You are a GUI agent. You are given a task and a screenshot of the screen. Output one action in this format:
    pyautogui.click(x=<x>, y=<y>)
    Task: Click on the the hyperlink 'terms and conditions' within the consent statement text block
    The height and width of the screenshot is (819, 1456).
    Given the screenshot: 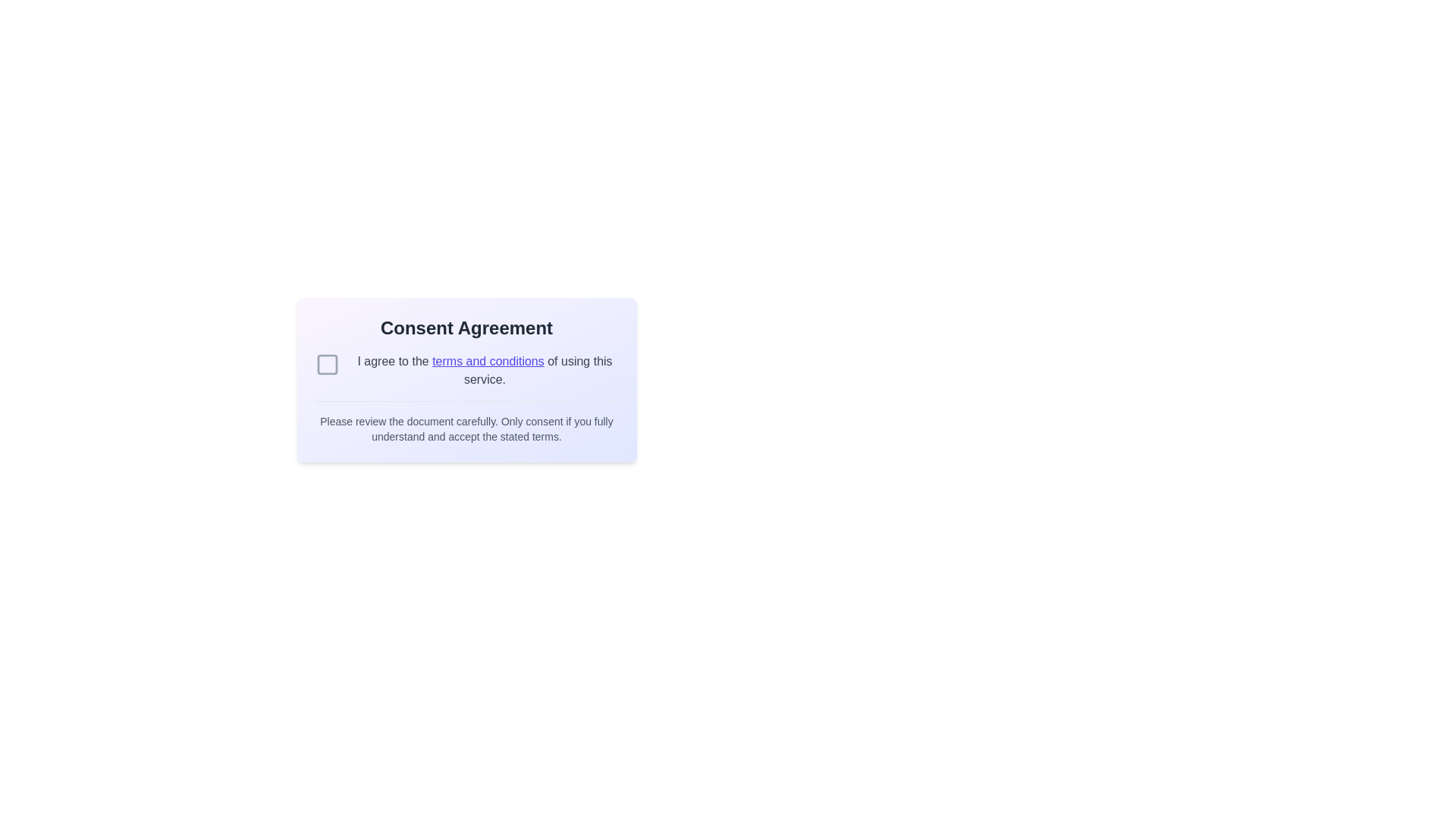 What is the action you would take?
    pyautogui.click(x=484, y=371)
    